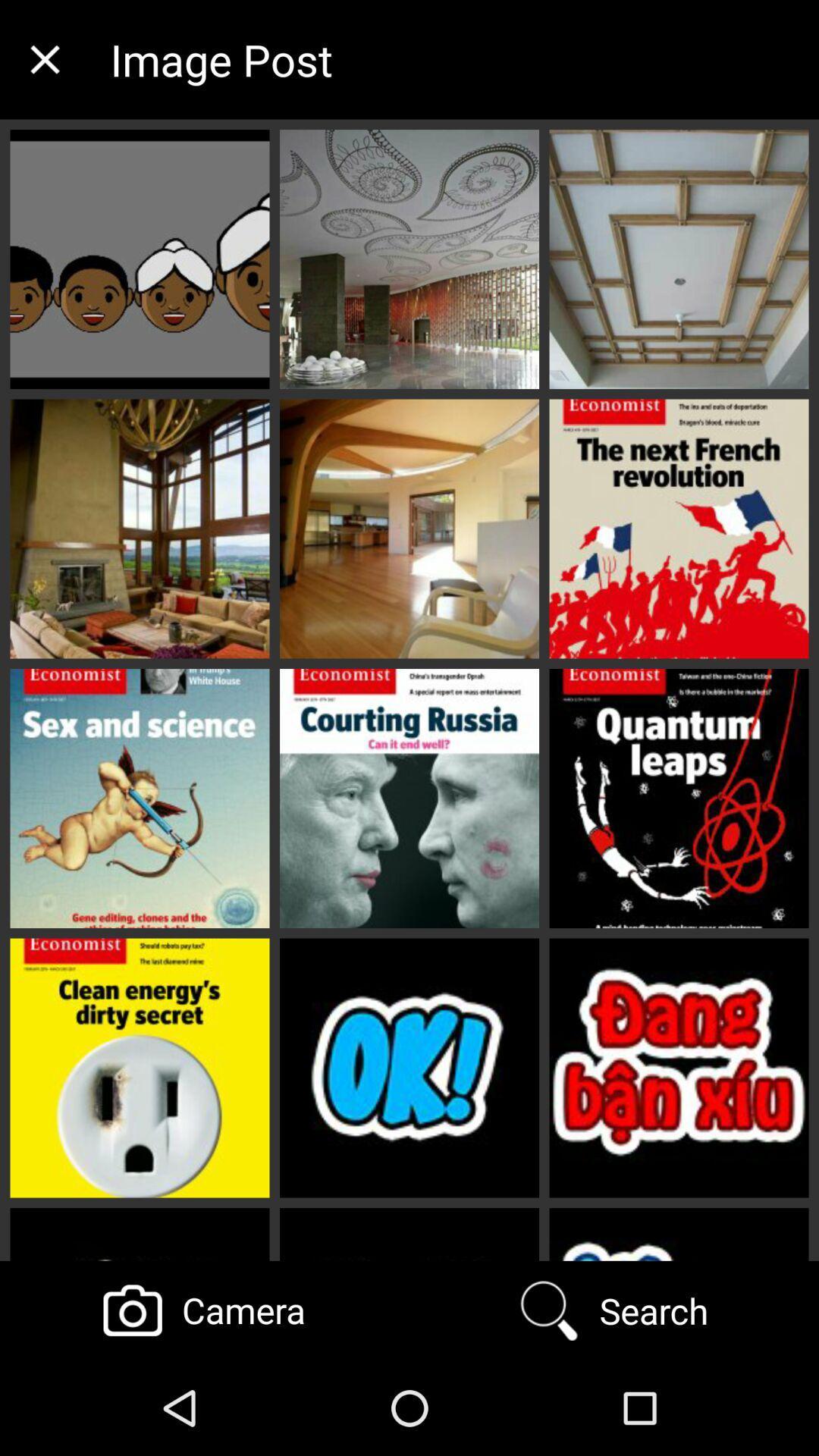 The image size is (819, 1456). Describe the element at coordinates (678, 529) in the screenshot. I see `the image from the second row right corner` at that location.